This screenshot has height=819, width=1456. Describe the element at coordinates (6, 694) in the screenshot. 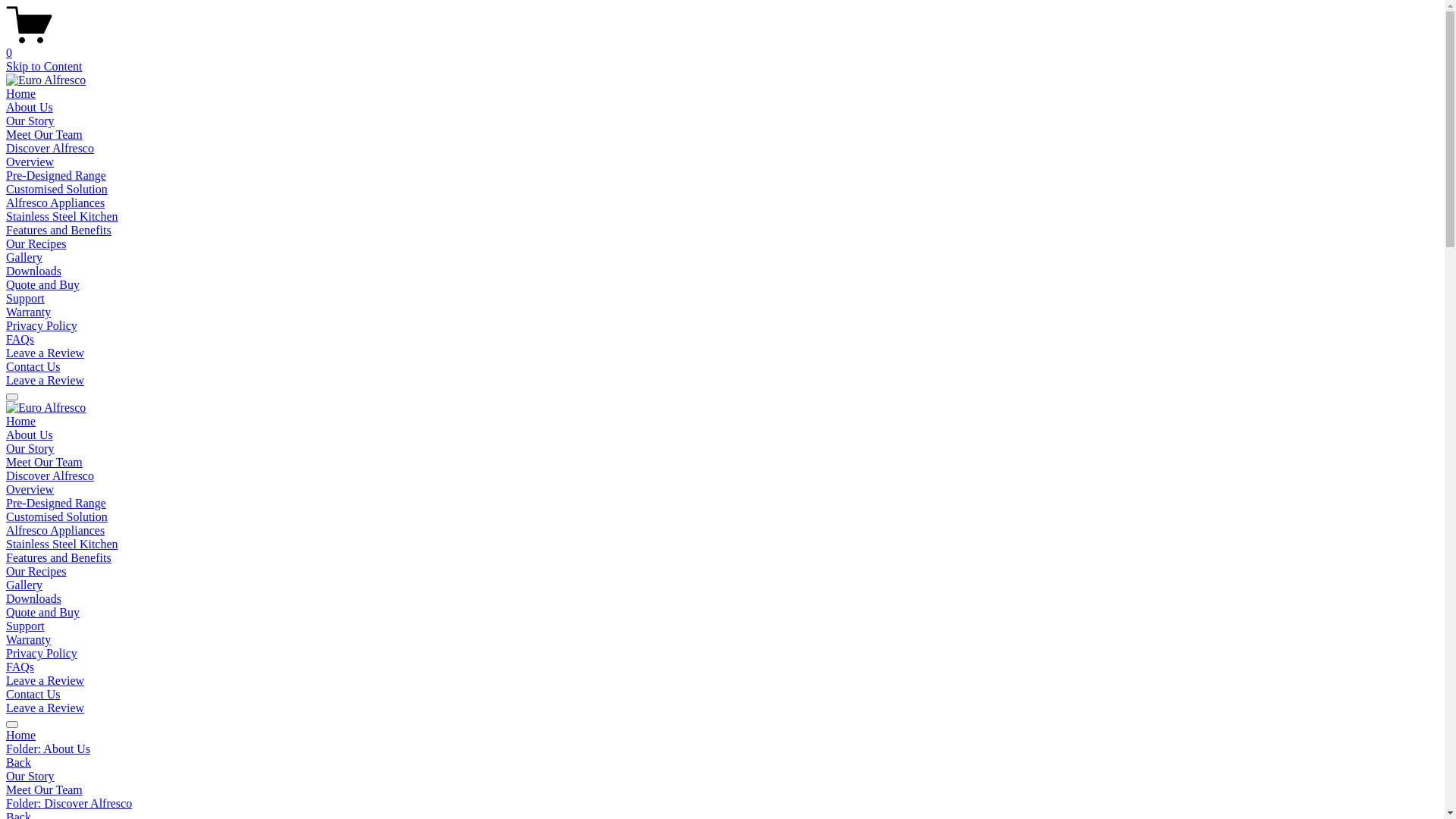

I see `'Contact Us'` at that location.